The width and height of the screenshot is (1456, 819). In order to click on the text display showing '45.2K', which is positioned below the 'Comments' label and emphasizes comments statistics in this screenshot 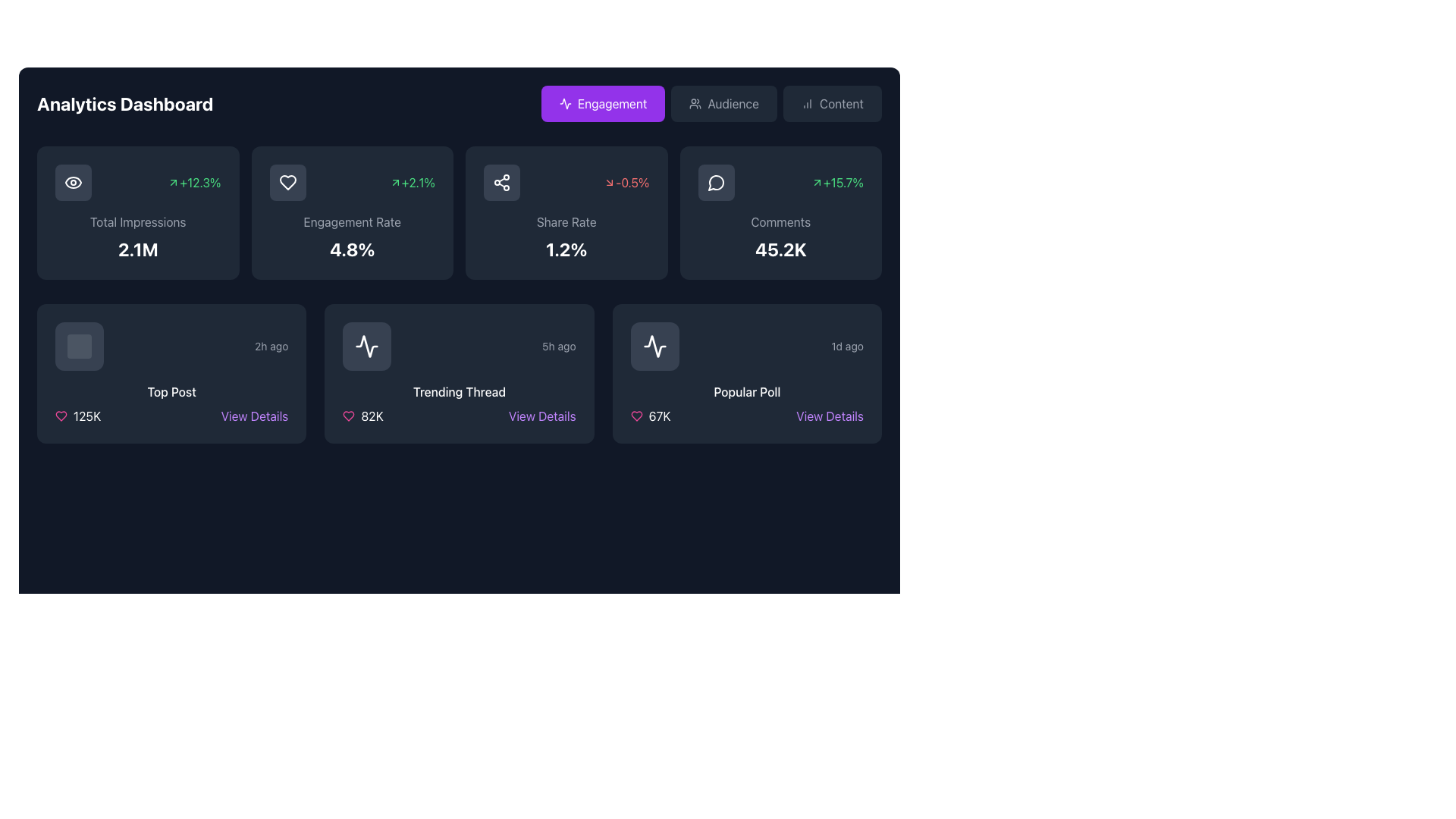, I will do `click(780, 248)`.